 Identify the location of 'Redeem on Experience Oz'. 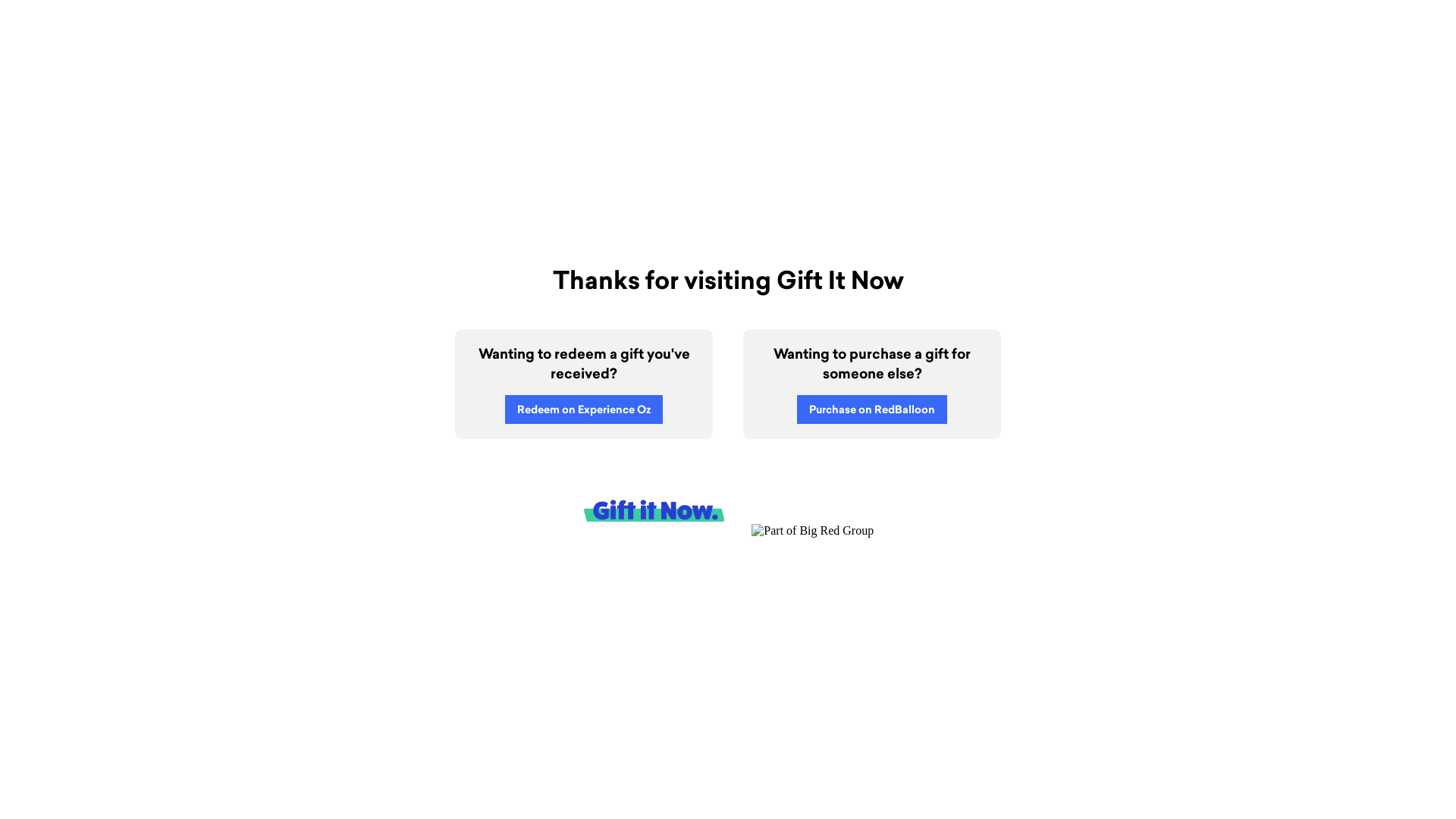
(582, 409).